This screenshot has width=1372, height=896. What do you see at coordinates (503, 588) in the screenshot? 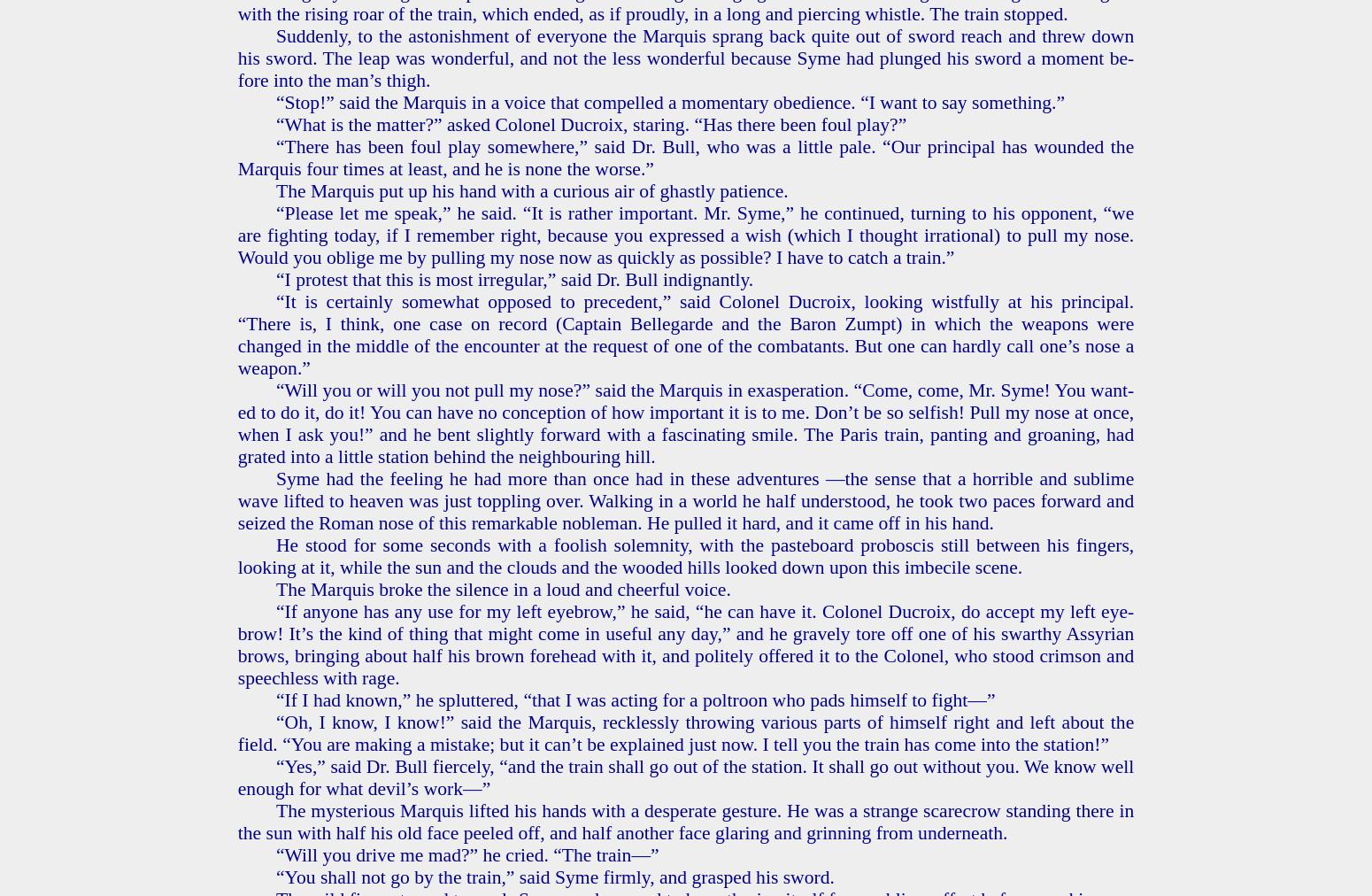
I see `'The Mar­quis broke the si­lence in a loud and cheer­ful voice.'` at bounding box center [503, 588].